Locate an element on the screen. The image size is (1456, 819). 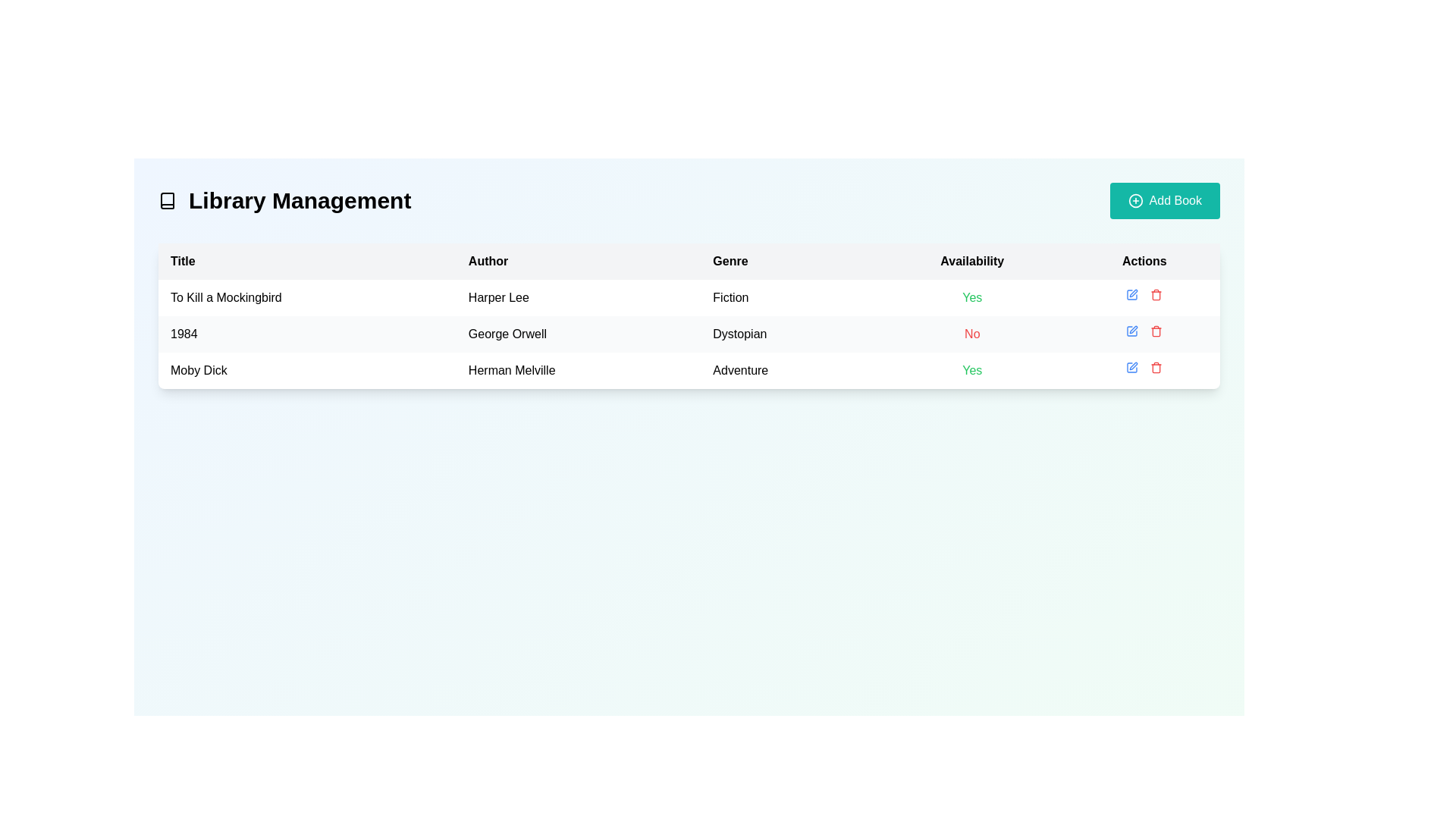
the Text Label displaying 'No' in red color, which is centered in the 'Availability' column of the table is located at coordinates (972, 333).